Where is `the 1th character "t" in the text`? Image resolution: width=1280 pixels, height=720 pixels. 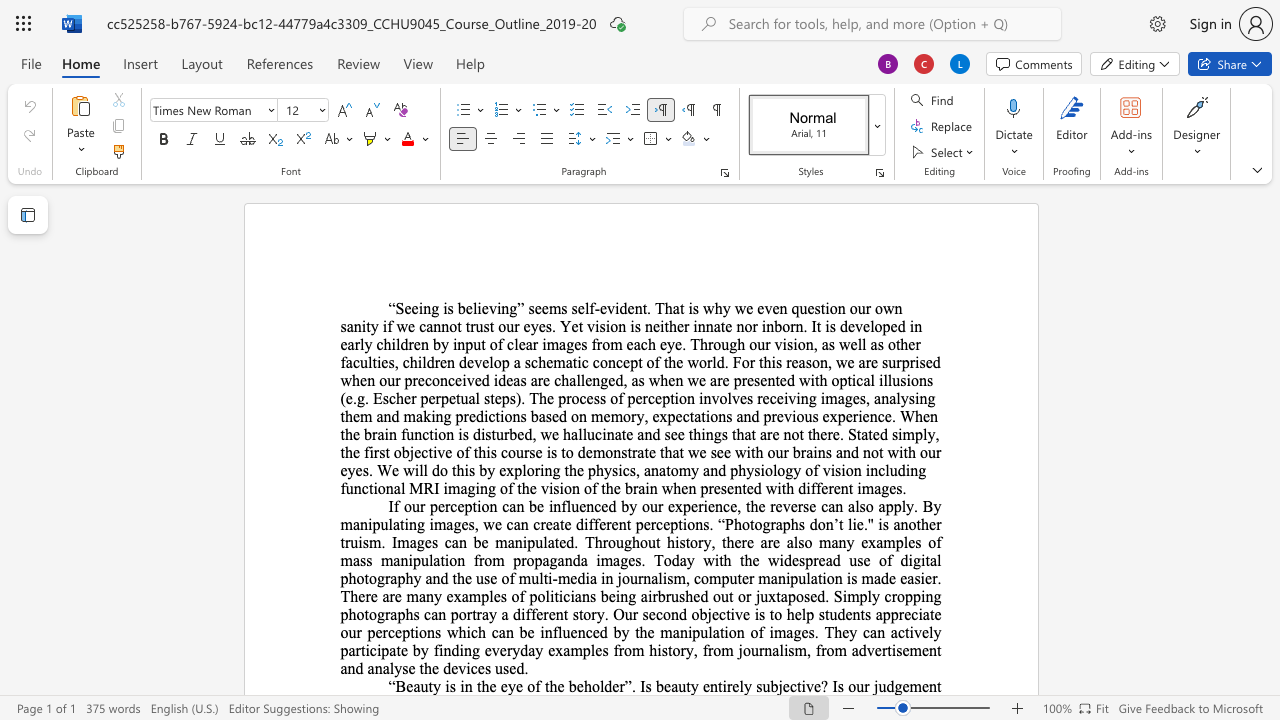
the 1th character "t" in the text is located at coordinates (366, 613).